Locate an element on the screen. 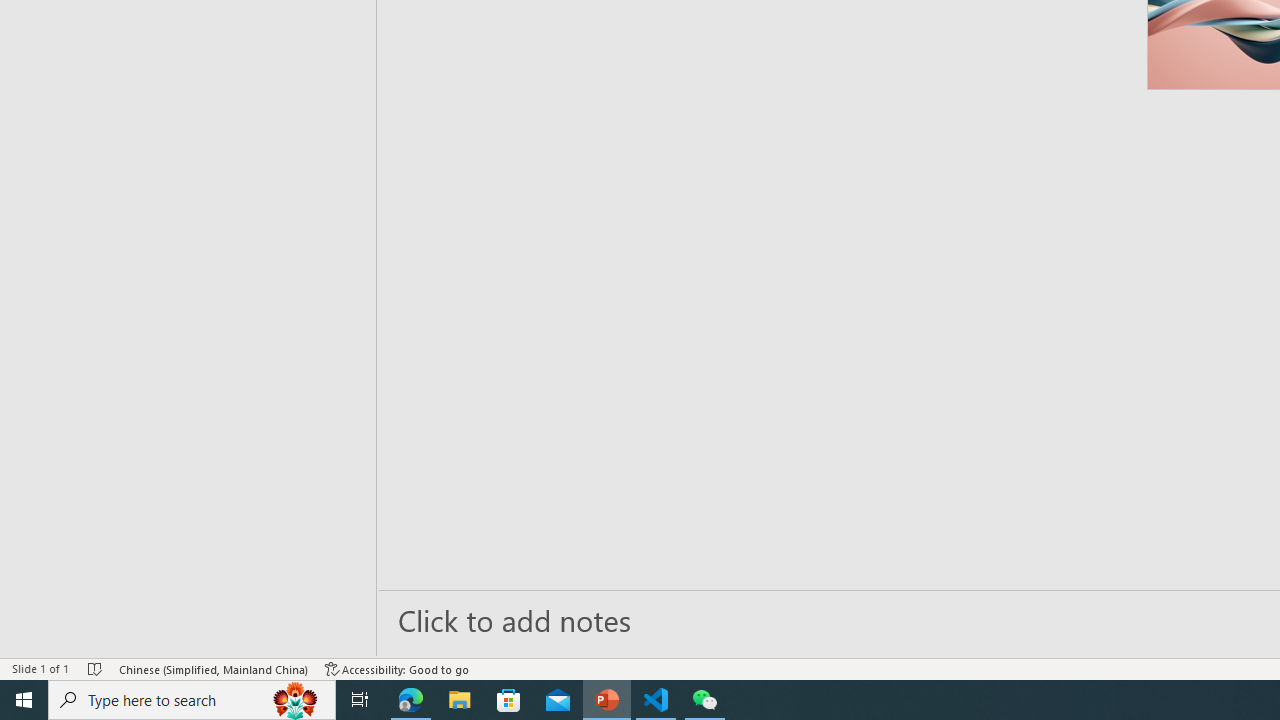 The height and width of the screenshot is (720, 1280). 'Accessibility Checker Accessibility: Good to go' is located at coordinates (397, 669).